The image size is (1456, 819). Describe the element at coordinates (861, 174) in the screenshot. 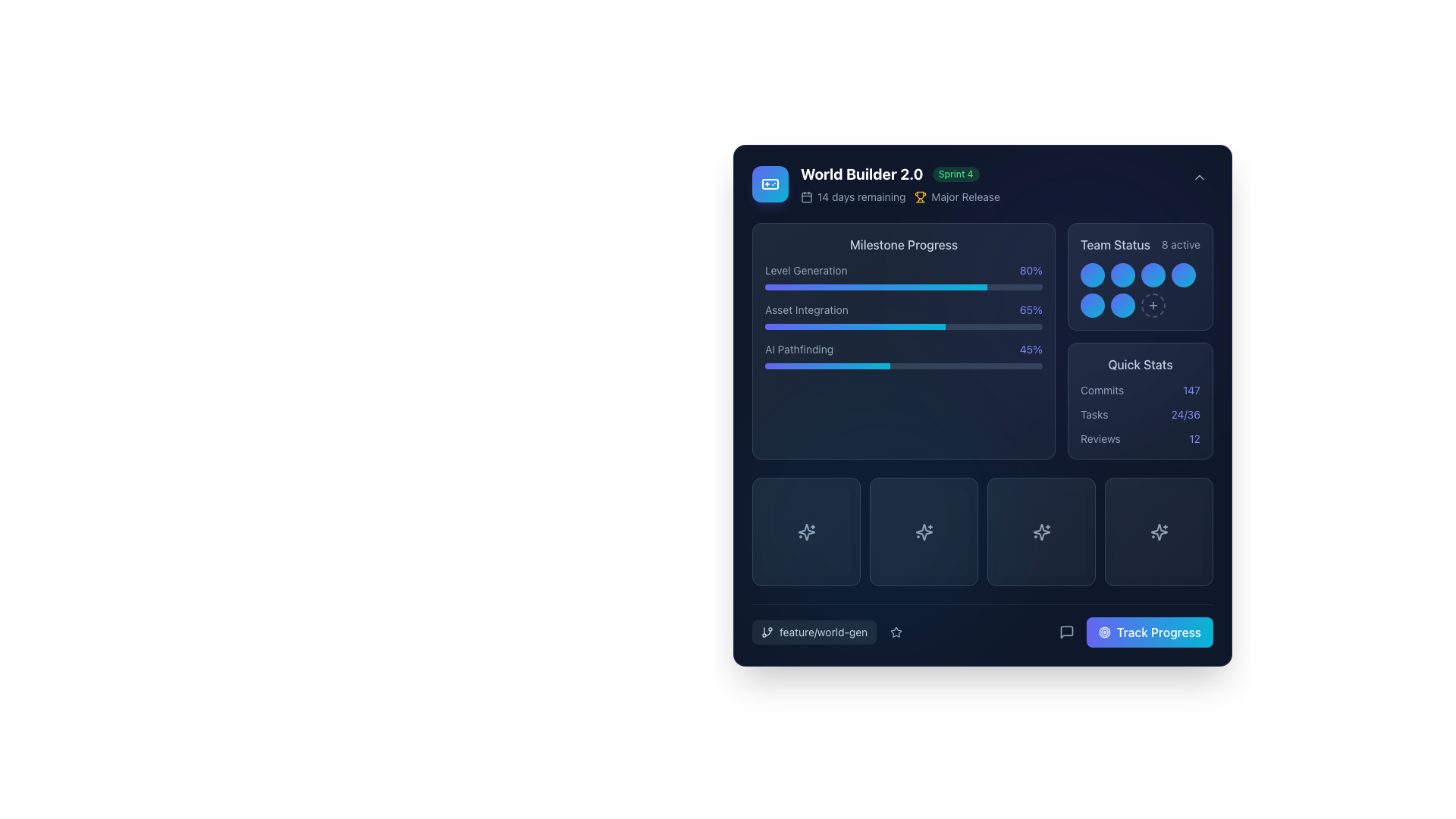

I see `the text label displaying 'World Builder 2.0' which is styled in bold white font against a dark background, positioned at the top-left of the interface before 'Sprint 4'` at that location.